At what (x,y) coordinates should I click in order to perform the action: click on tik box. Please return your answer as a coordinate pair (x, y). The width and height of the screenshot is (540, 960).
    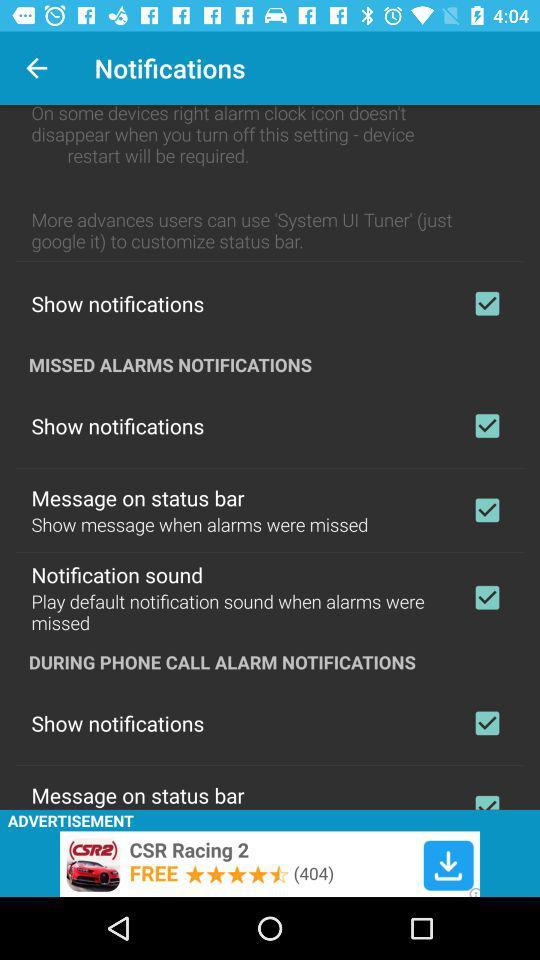
    Looking at the image, I should click on (486, 303).